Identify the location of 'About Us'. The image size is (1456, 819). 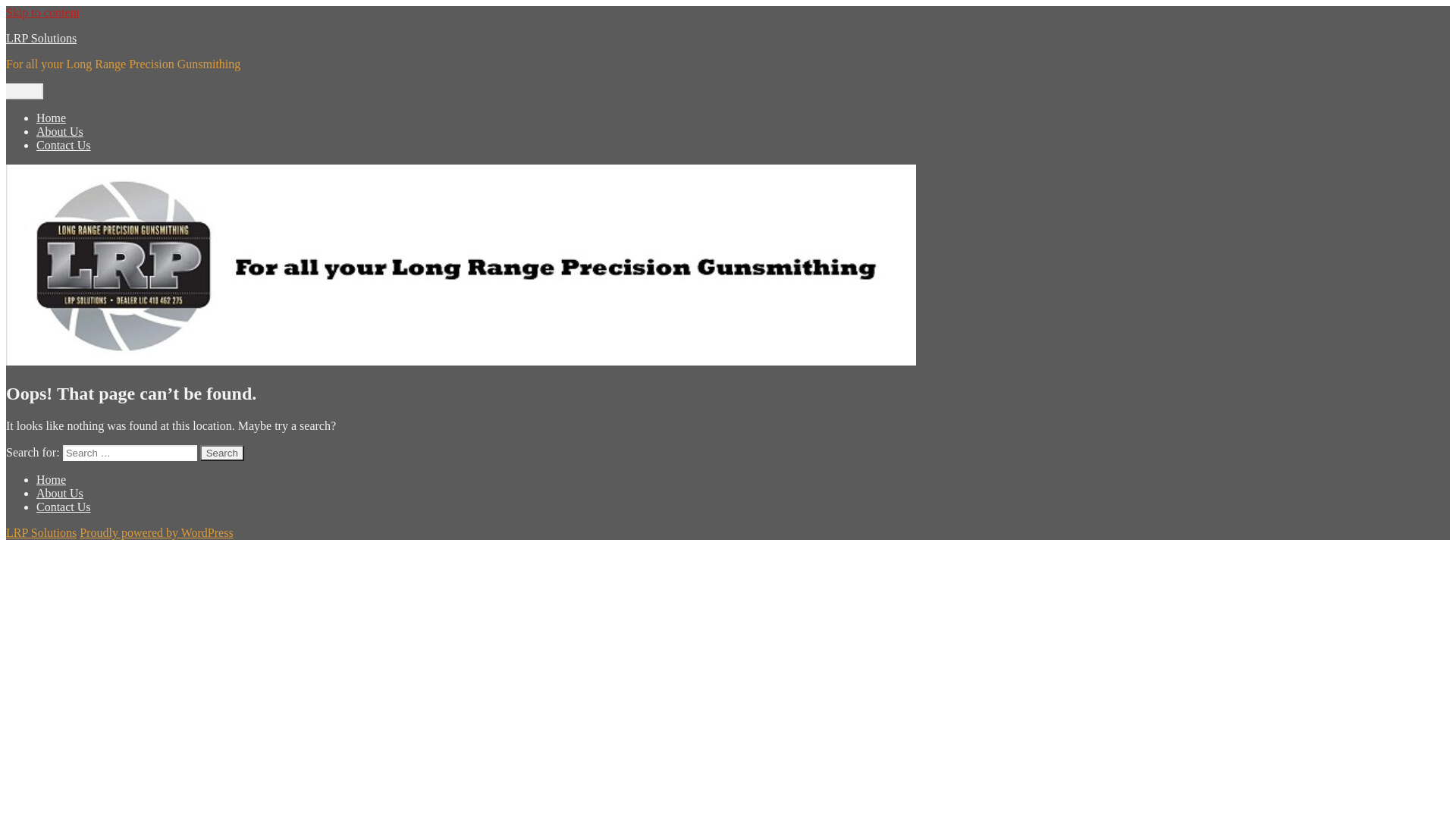
(59, 130).